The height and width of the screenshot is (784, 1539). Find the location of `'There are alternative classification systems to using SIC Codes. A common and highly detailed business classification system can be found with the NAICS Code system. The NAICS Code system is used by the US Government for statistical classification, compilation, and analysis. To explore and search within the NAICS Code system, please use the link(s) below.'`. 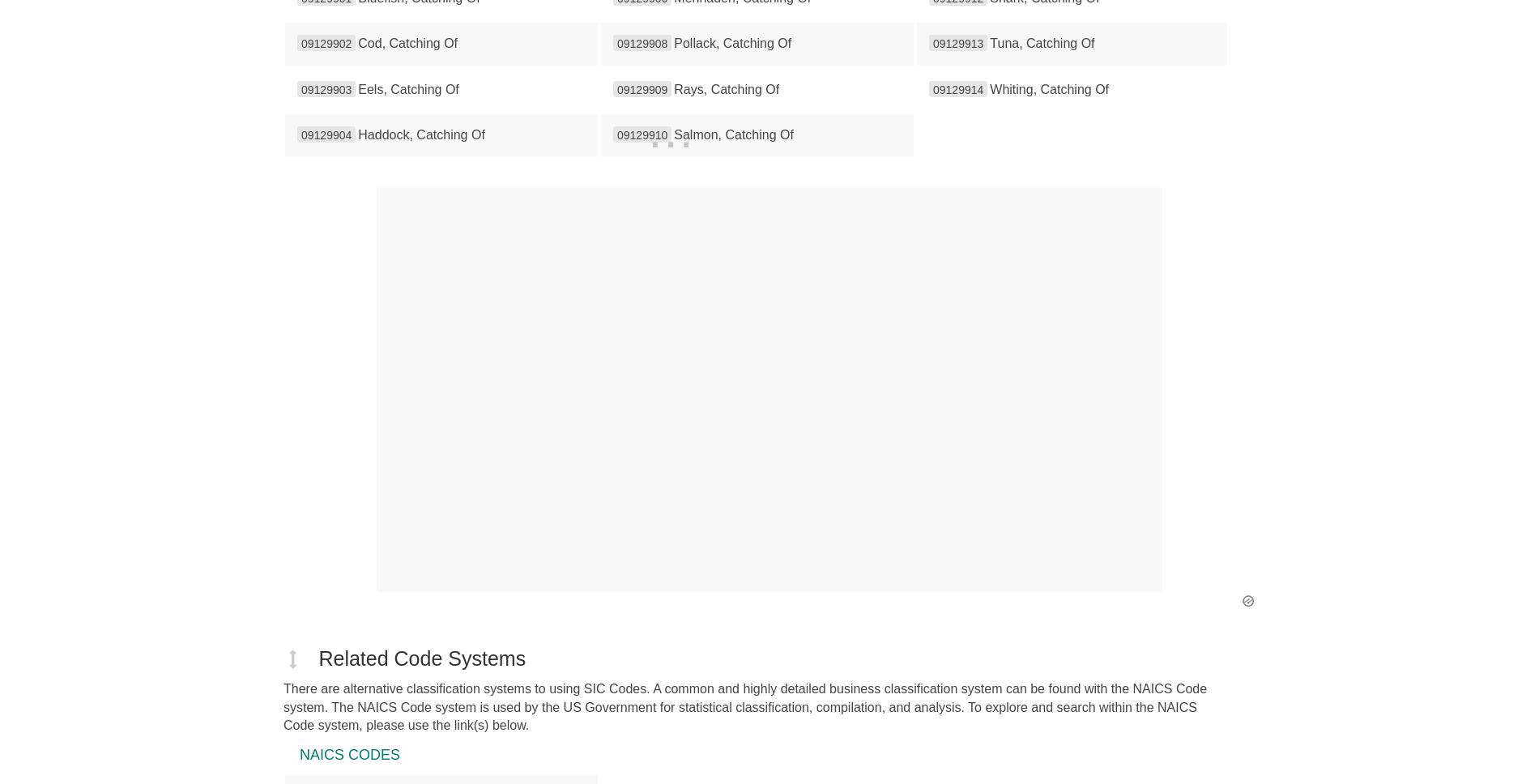

'There are alternative classification systems to using SIC Codes. A common and highly detailed business classification system can be found with the NAICS Code system. The NAICS Code system is used by the US Government for statistical classification, compilation, and analysis. To explore and search within the NAICS Code system, please use the link(s) below.' is located at coordinates (744, 706).